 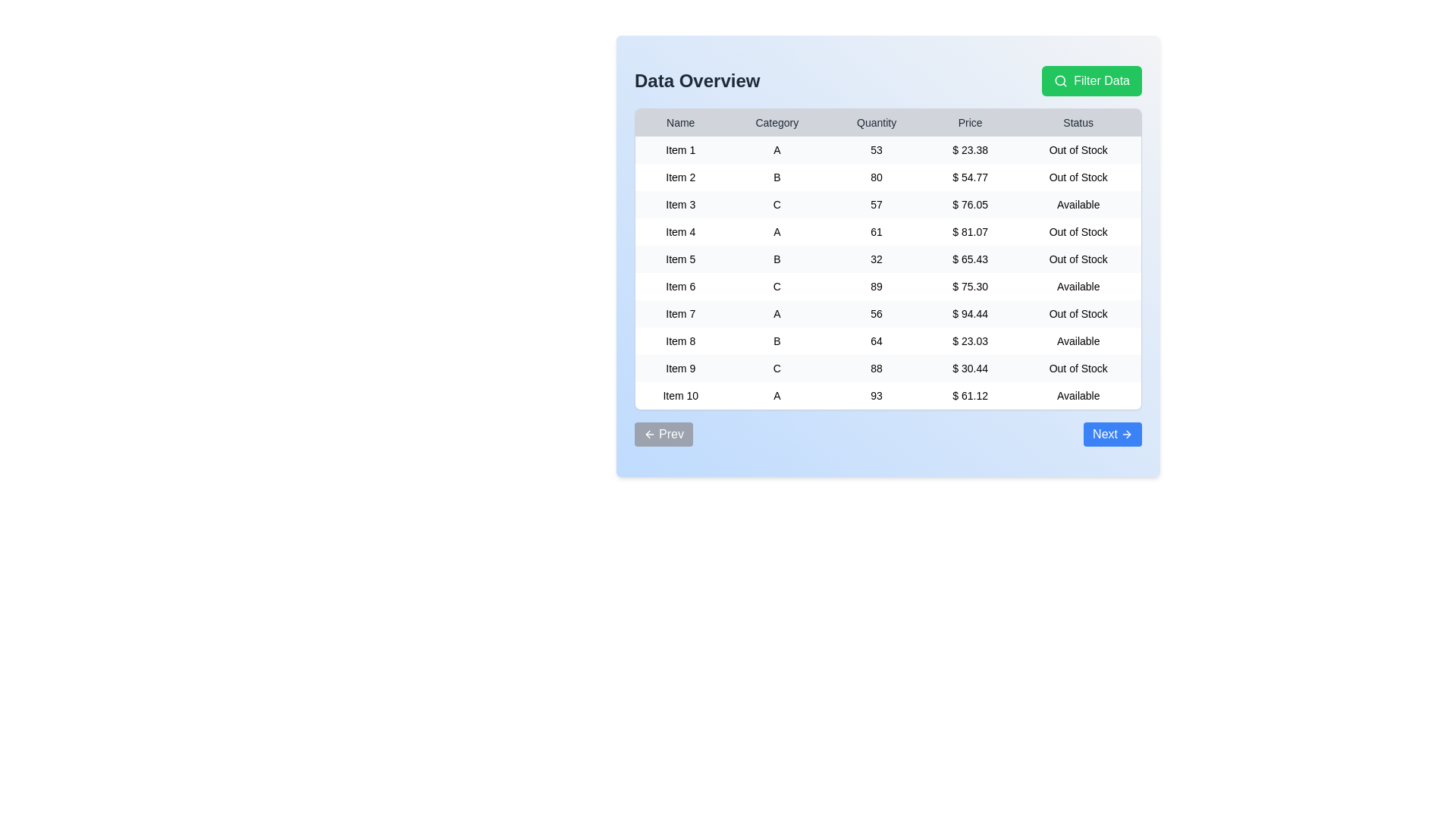 What do you see at coordinates (1092, 81) in the screenshot?
I see `'Filter Data' button to open the filter panel` at bounding box center [1092, 81].